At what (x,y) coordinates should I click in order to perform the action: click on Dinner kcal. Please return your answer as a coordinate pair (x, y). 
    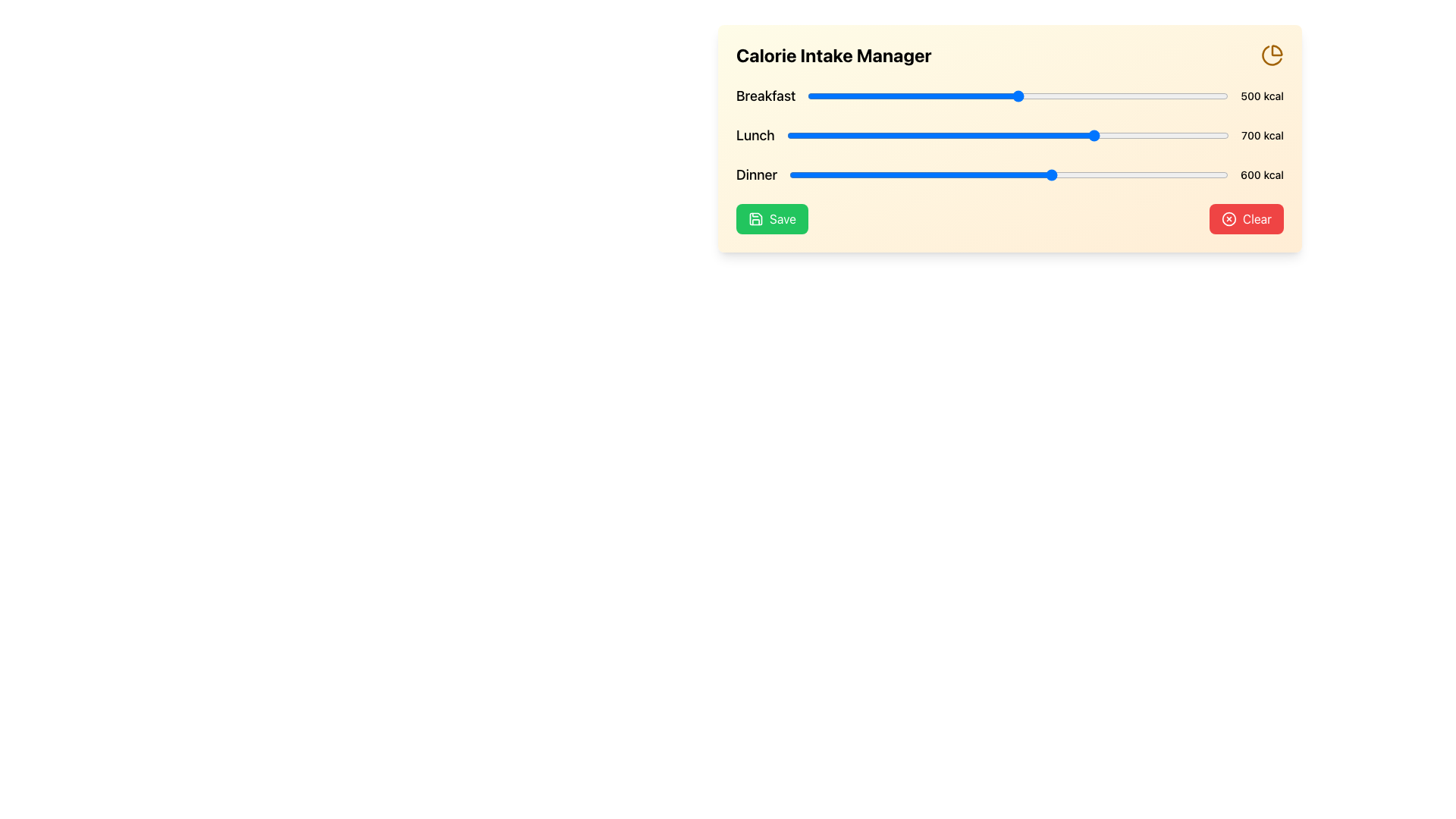
    Looking at the image, I should click on (906, 174).